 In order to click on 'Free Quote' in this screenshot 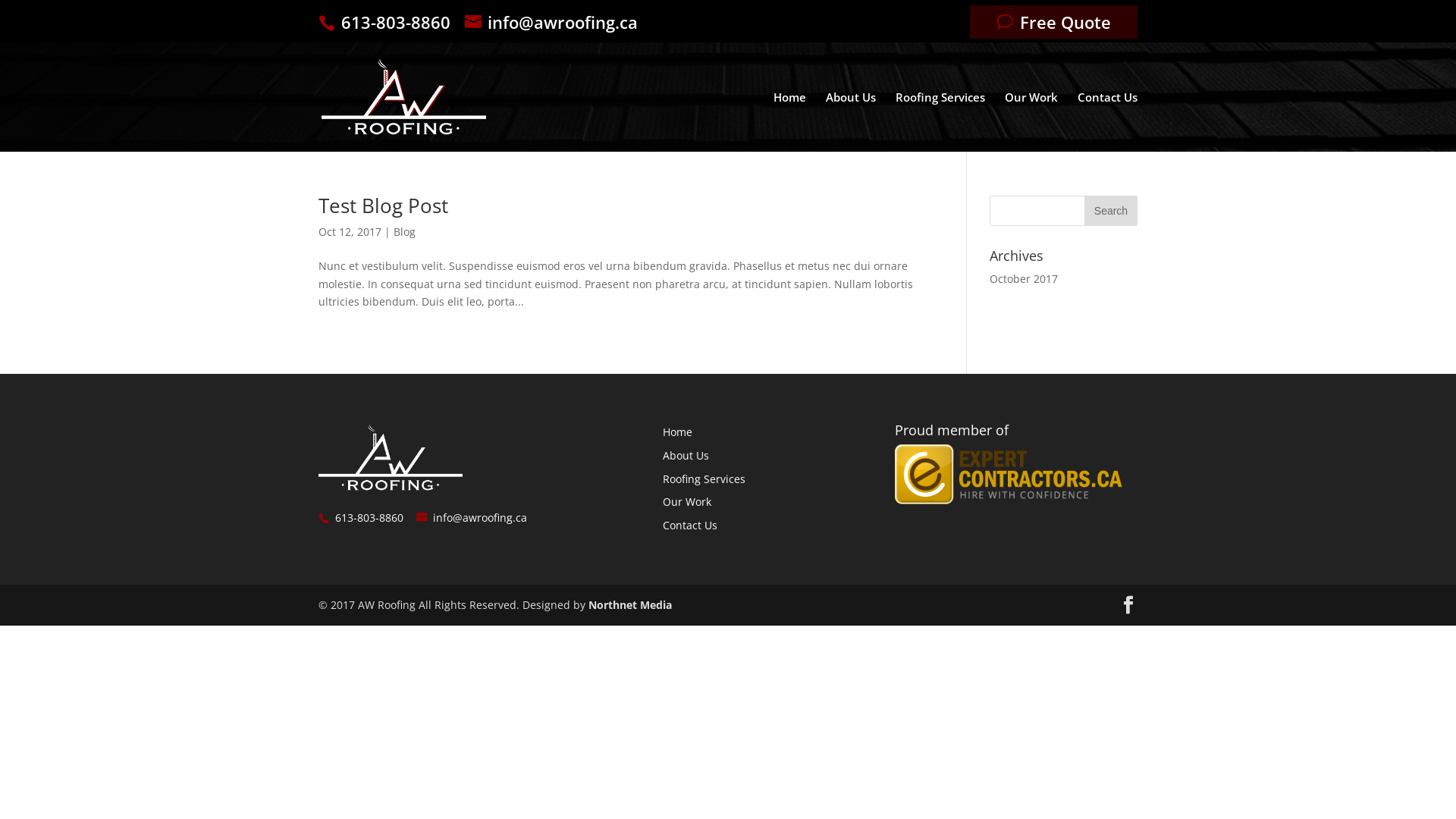, I will do `click(1053, 20)`.